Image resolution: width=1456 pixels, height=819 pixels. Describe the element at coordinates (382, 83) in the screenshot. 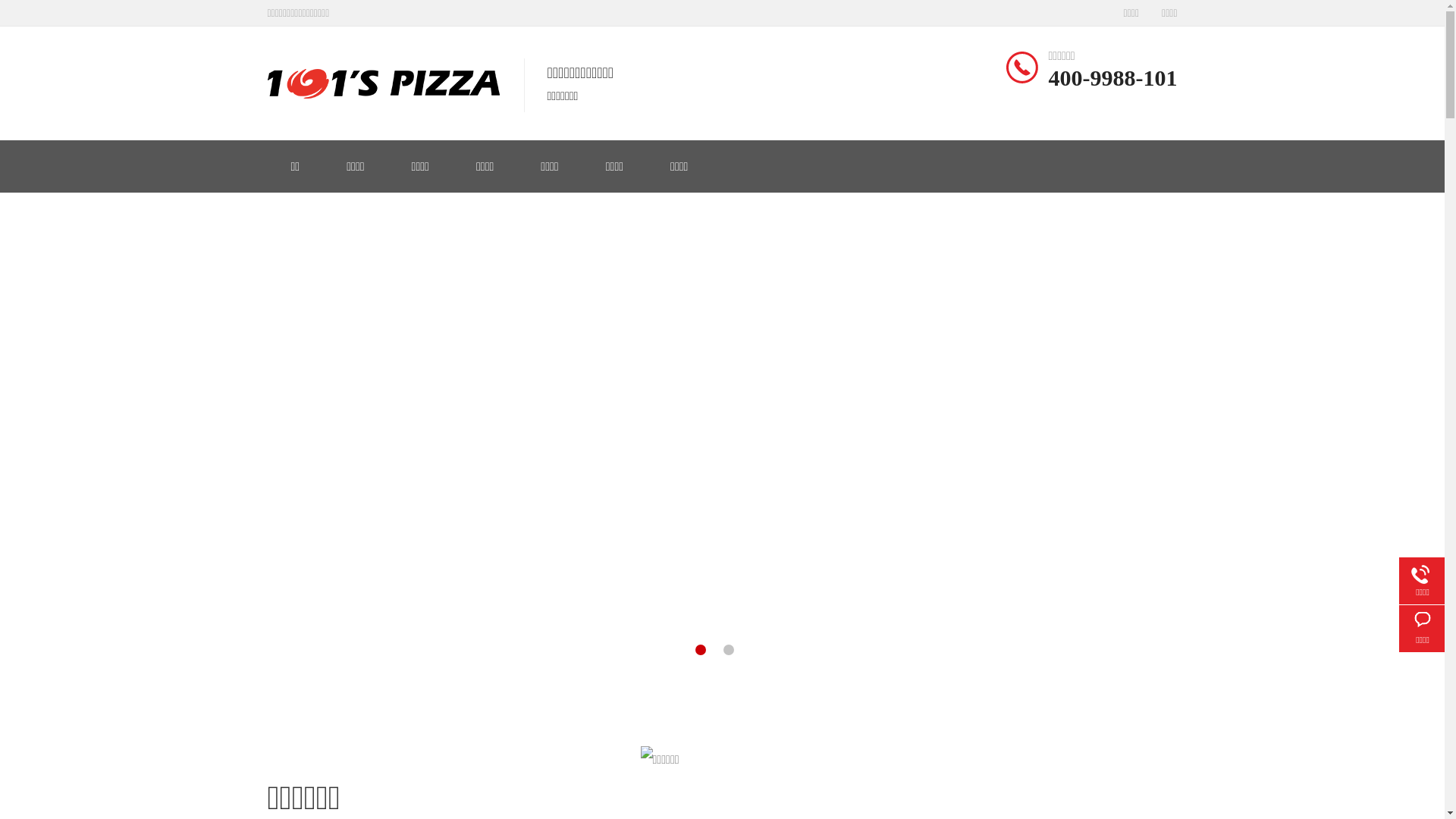

I see `'logo'` at that location.